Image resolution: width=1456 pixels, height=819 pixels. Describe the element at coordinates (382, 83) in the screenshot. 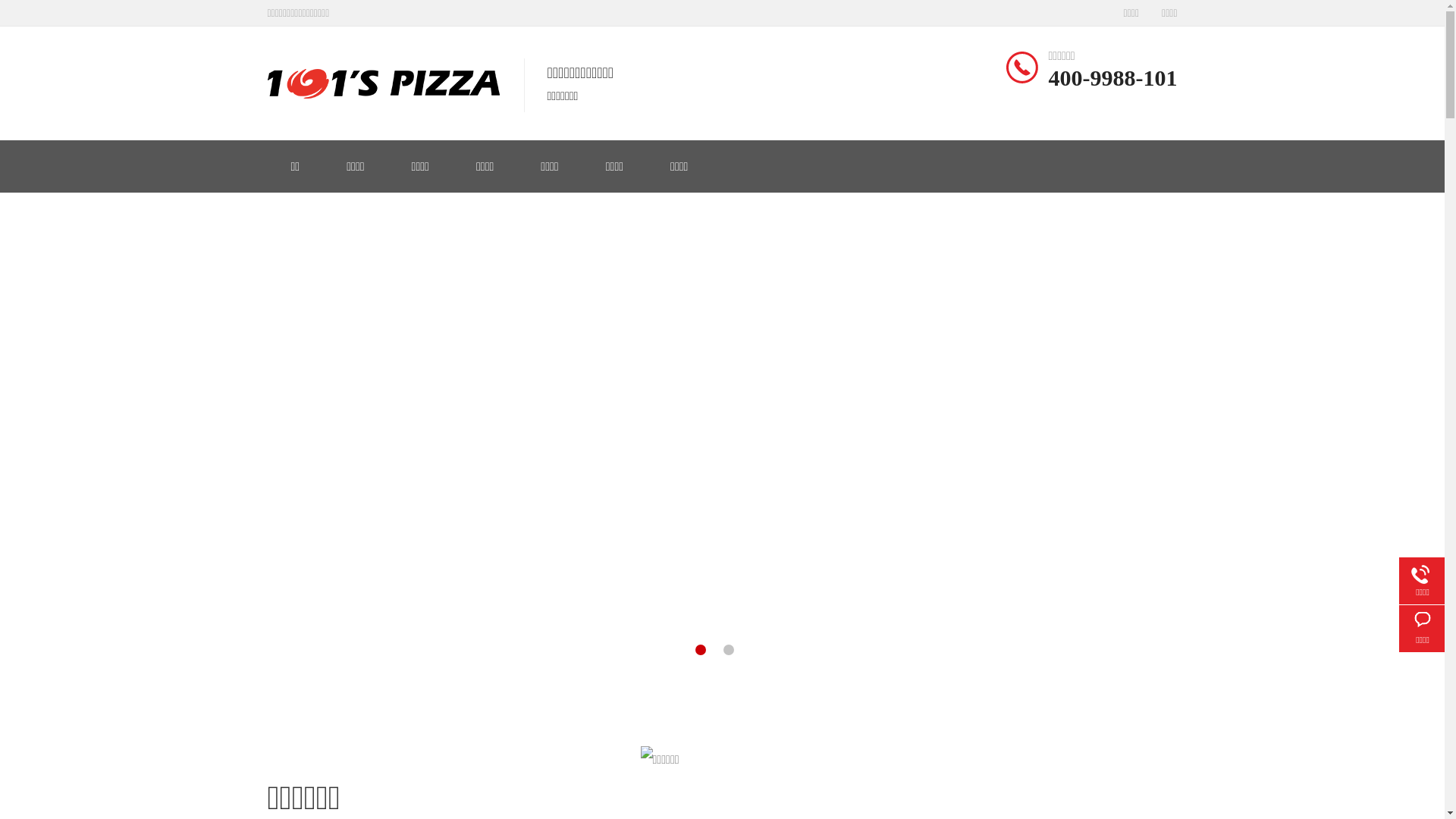

I see `'logo'` at that location.